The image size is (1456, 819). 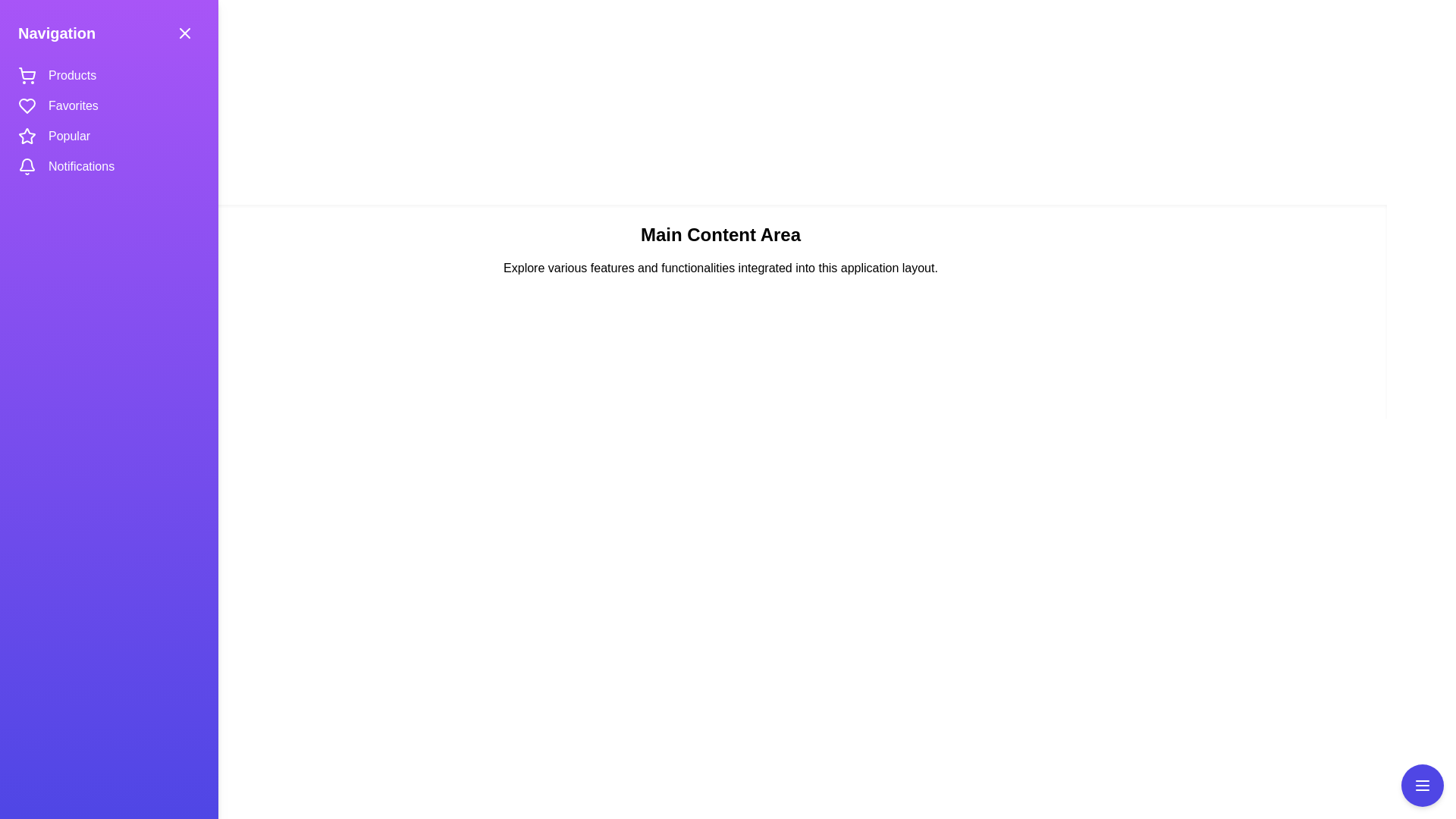 I want to click on the navigation item Products to navigate to the corresponding section, so click(x=71, y=76).